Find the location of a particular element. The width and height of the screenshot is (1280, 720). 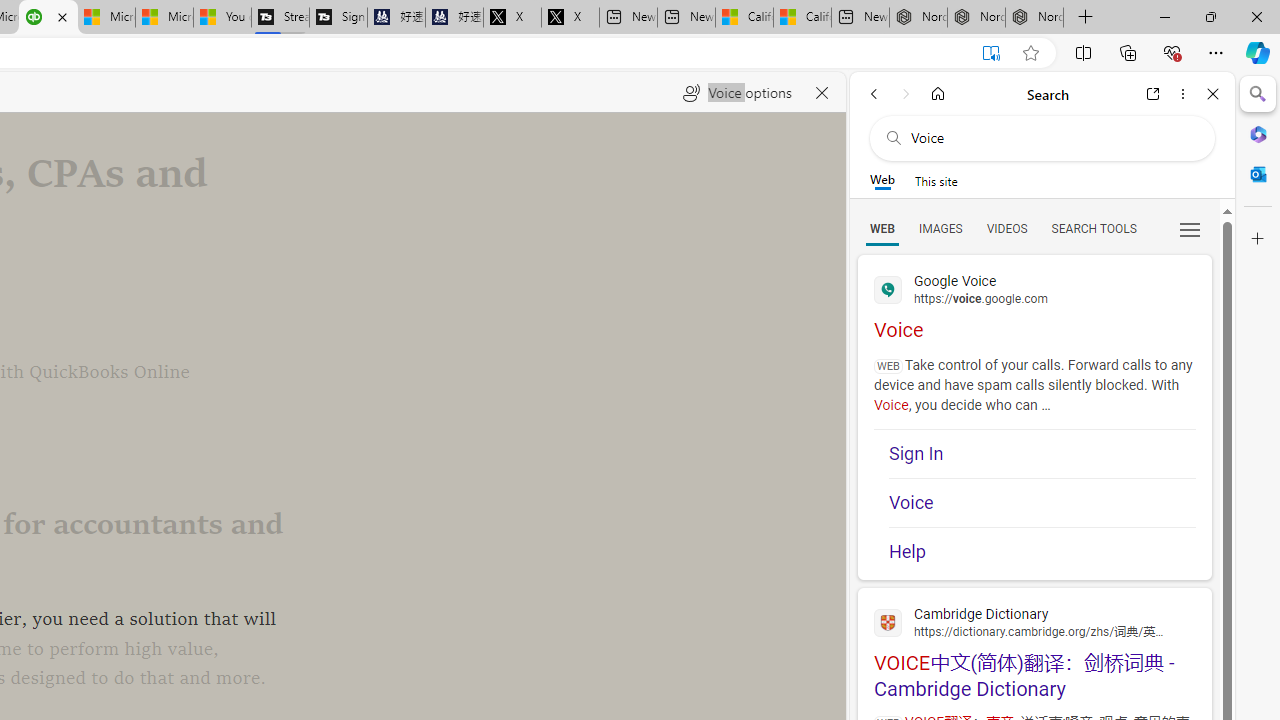

'IMAGES' is located at coordinates (939, 227).